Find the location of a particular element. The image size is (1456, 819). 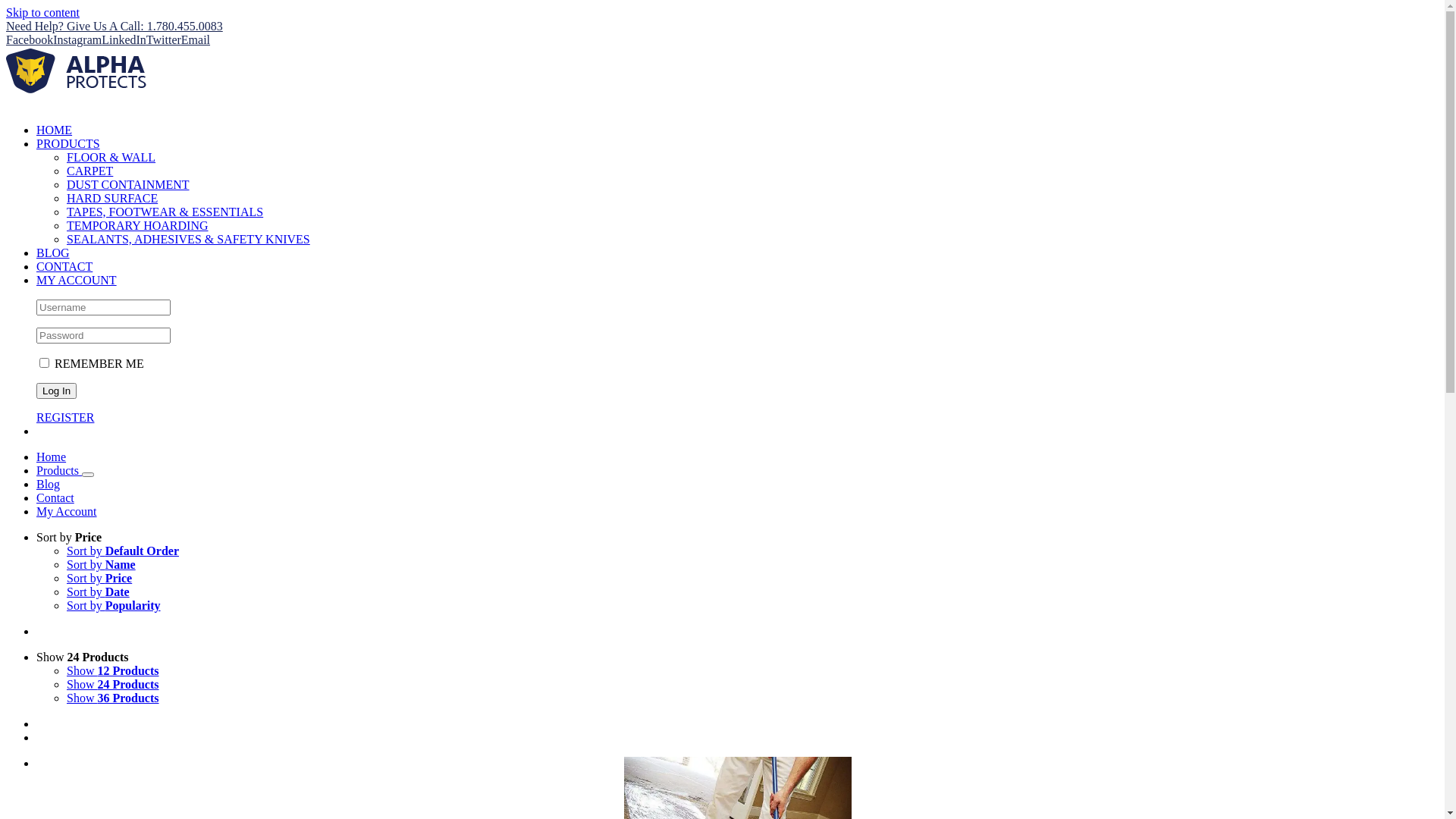

'CONTACT' is located at coordinates (64, 265).